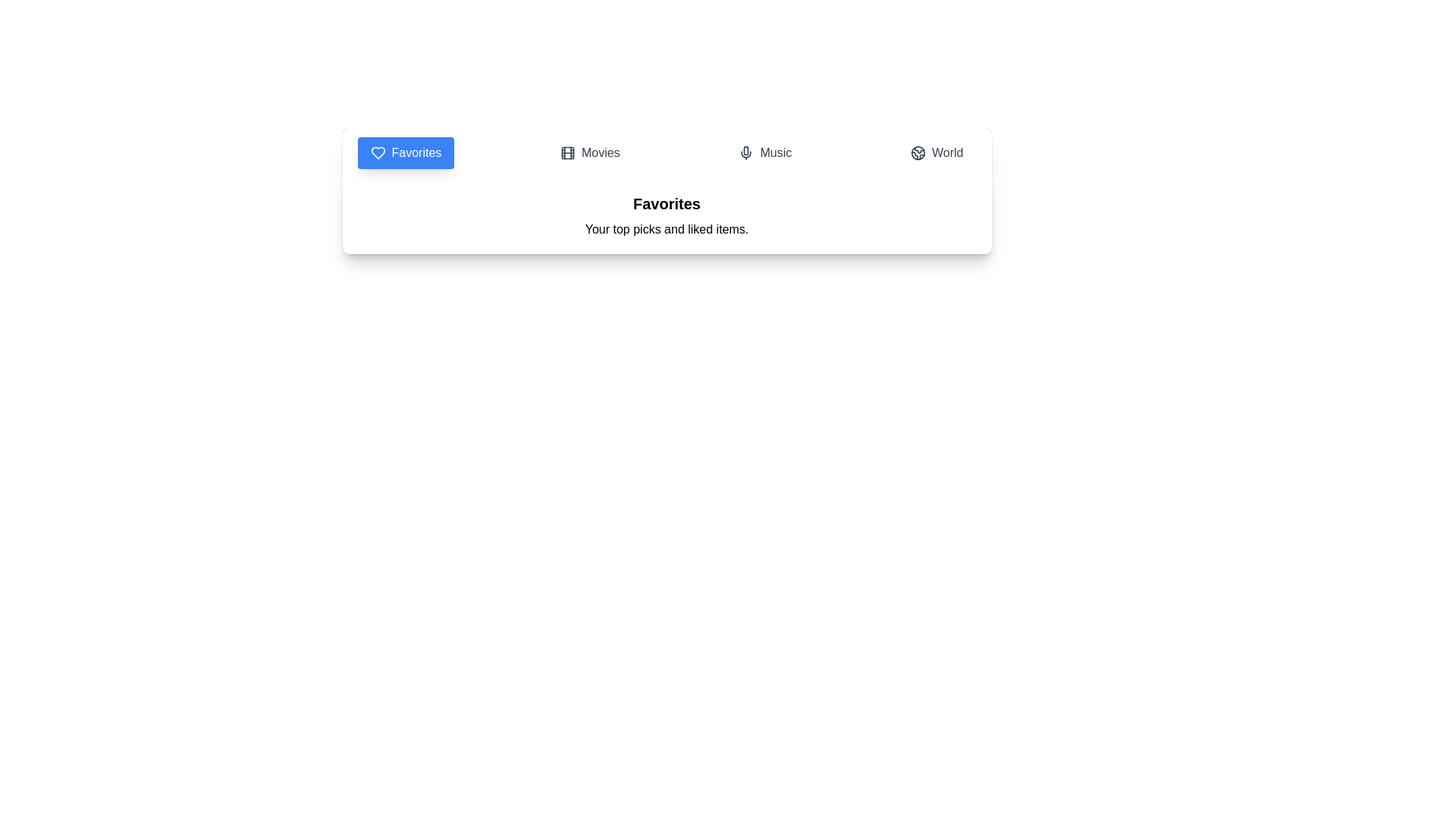  Describe the element at coordinates (405, 152) in the screenshot. I see `the Favorites tab to inspect its appearance` at that location.